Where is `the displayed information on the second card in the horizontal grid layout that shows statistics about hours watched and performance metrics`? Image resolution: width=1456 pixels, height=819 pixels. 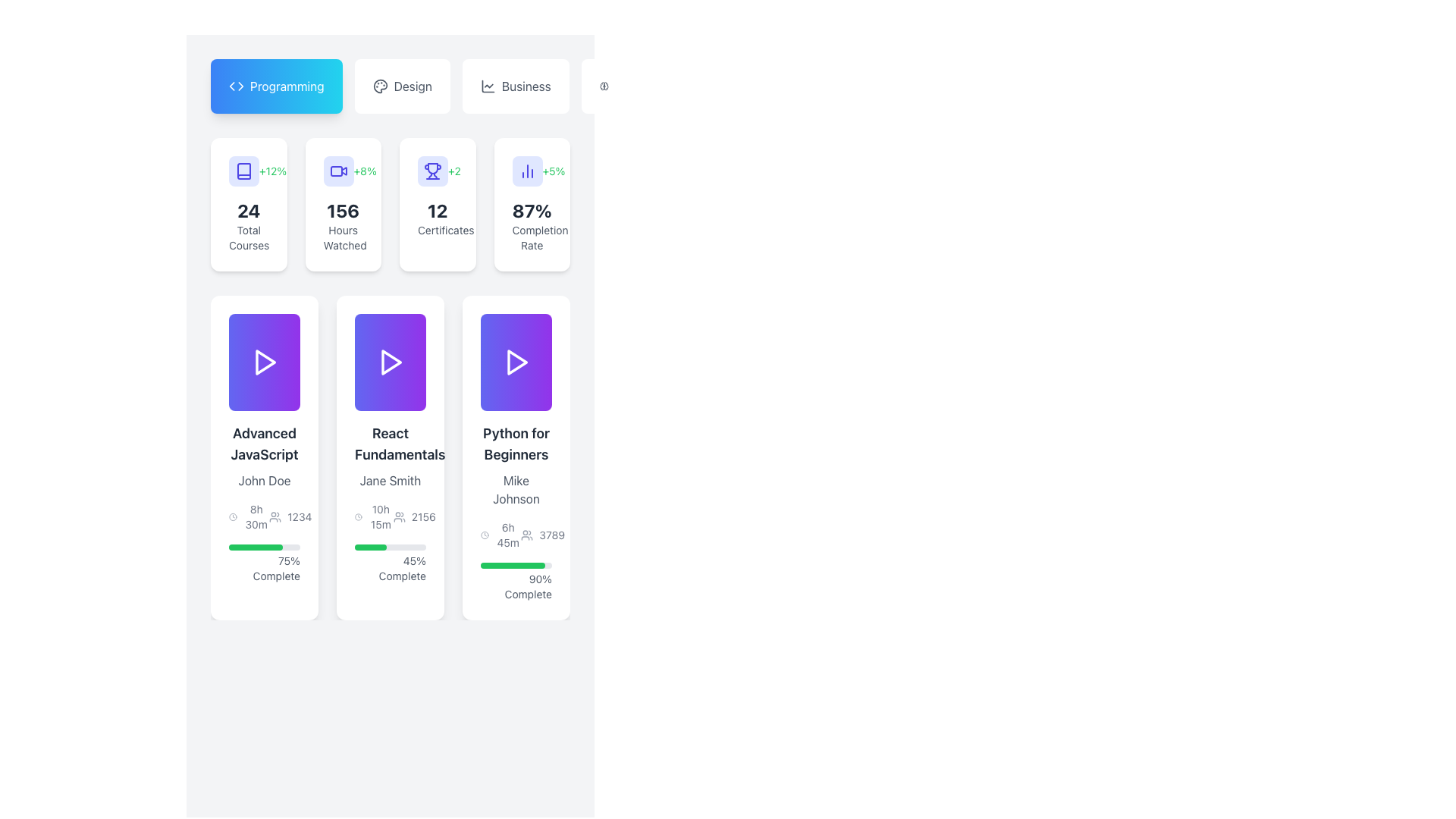
the displayed information on the second card in the horizontal grid layout that shows statistics about hours watched and performance metrics is located at coordinates (342, 205).